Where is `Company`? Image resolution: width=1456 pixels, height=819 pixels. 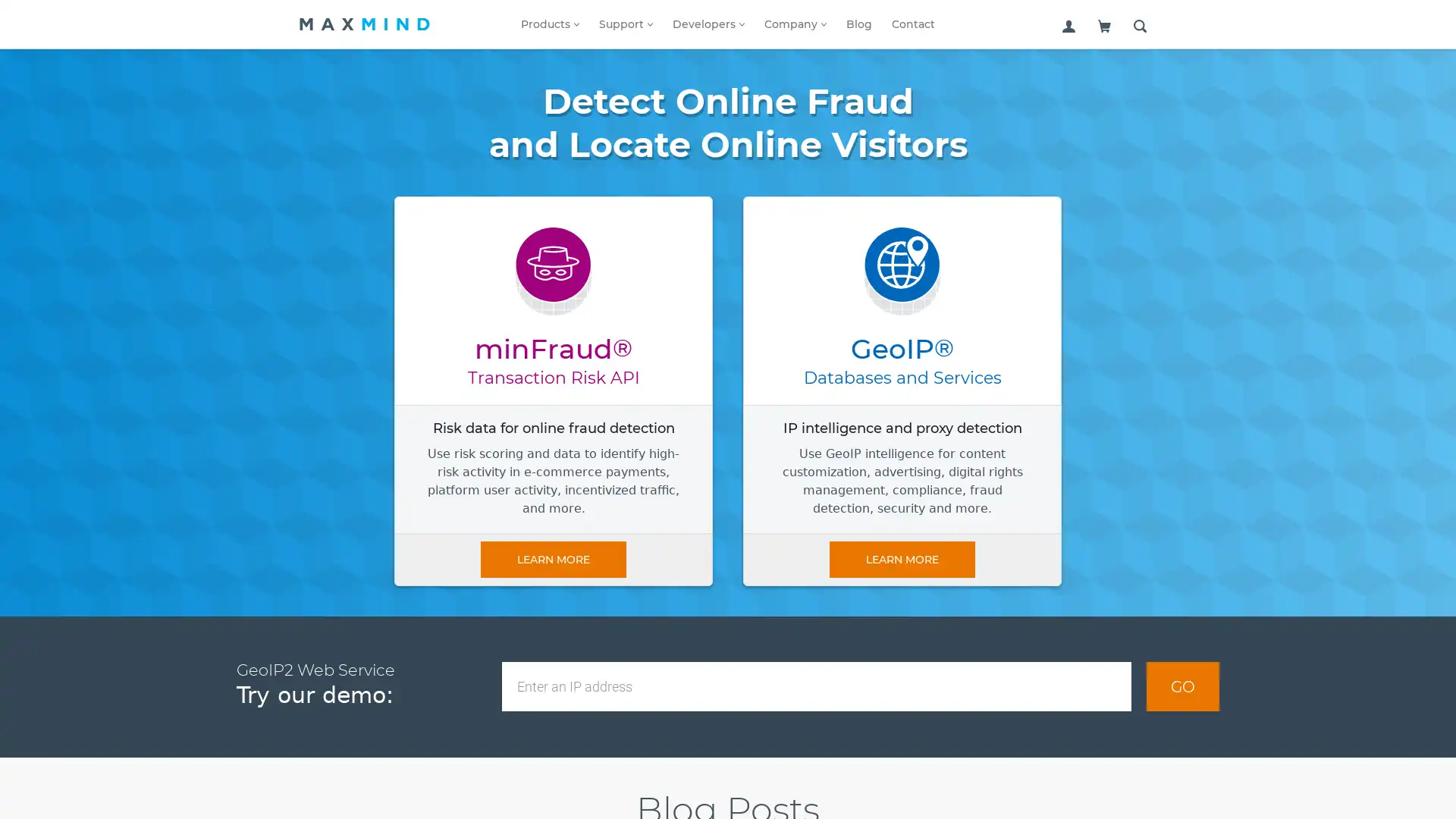
Company is located at coordinates (795, 24).